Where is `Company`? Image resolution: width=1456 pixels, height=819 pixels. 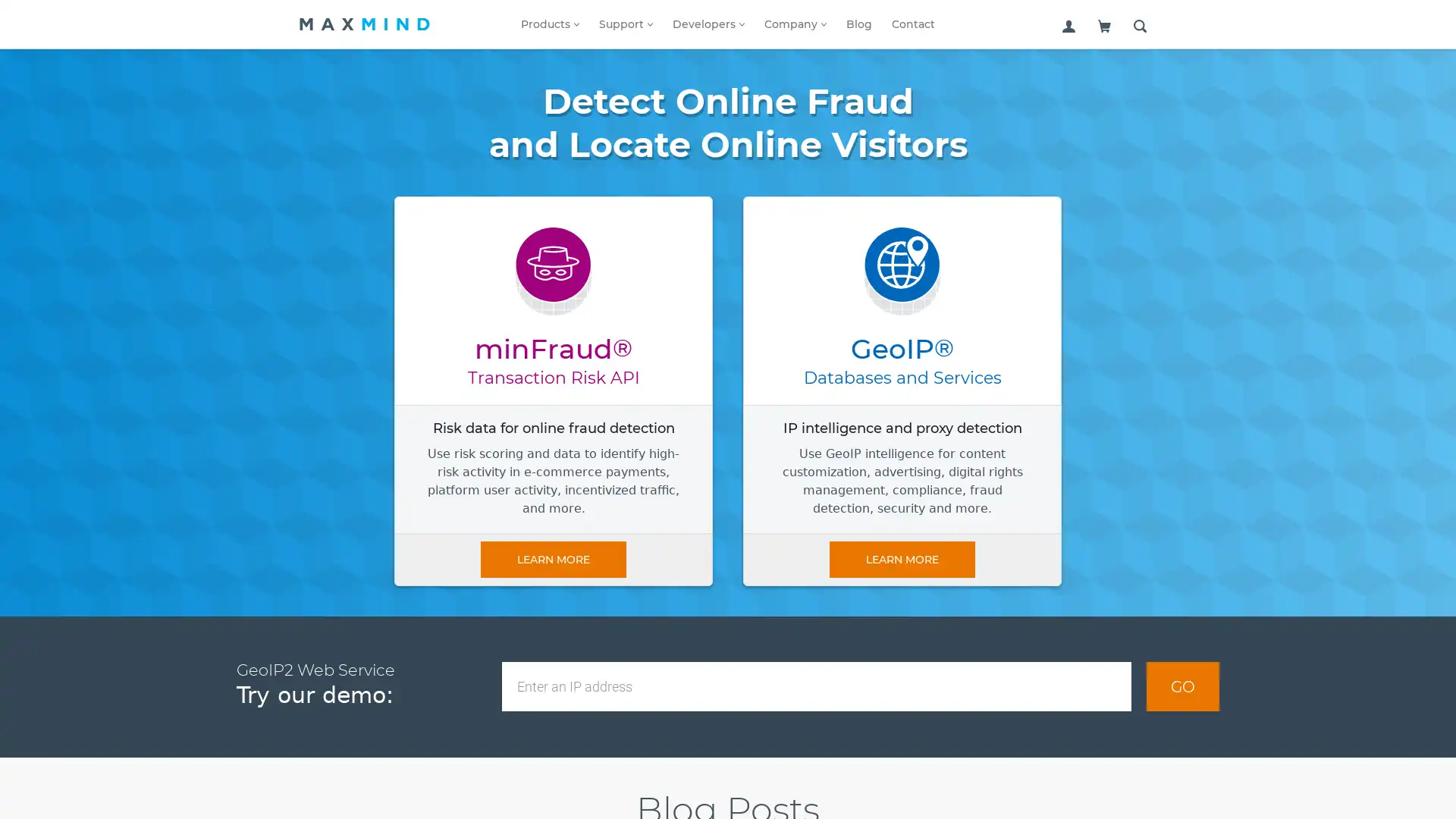
Company is located at coordinates (795, 24).